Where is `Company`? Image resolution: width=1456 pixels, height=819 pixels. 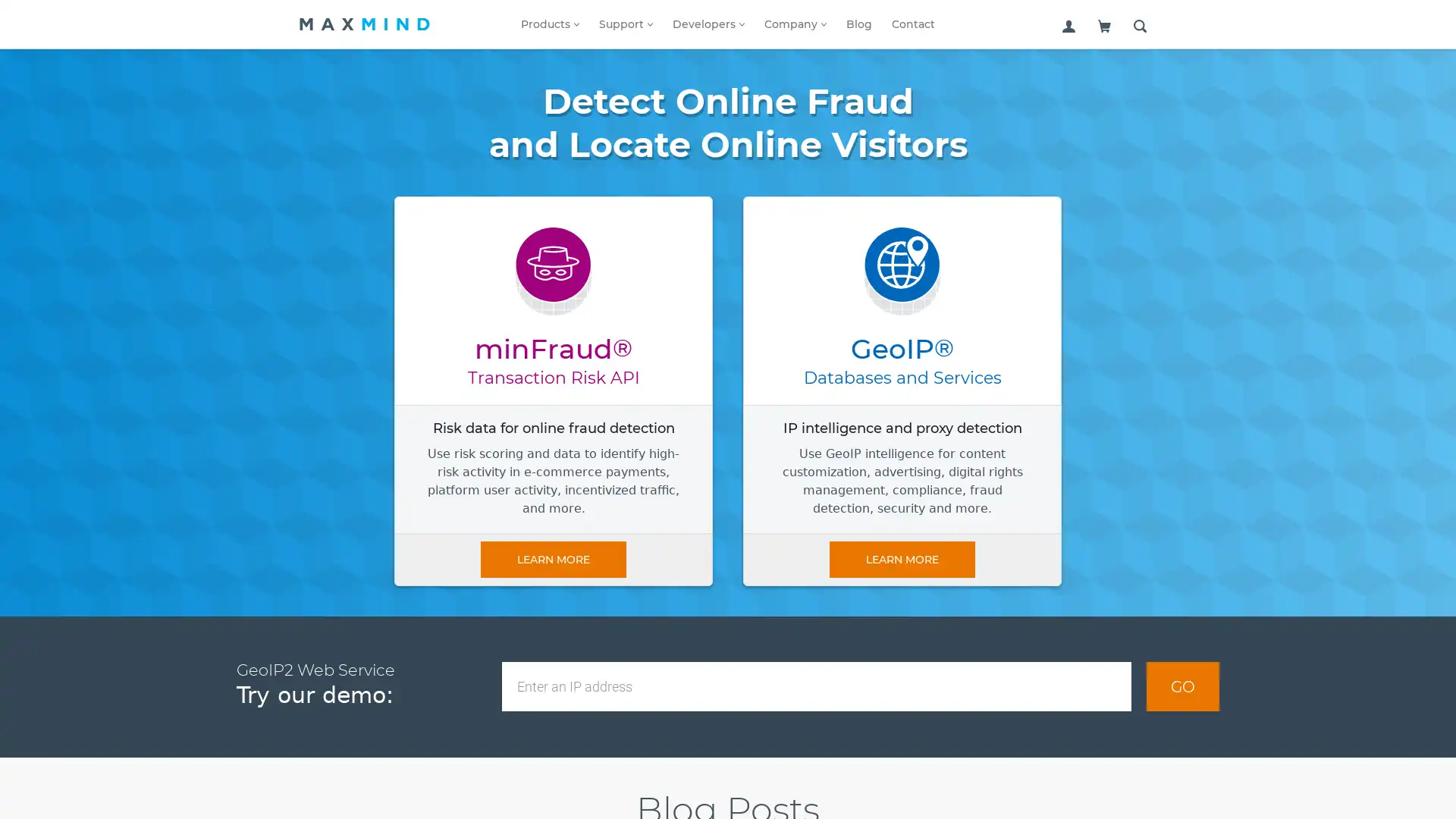
Company is located at coordinates (795, 24).